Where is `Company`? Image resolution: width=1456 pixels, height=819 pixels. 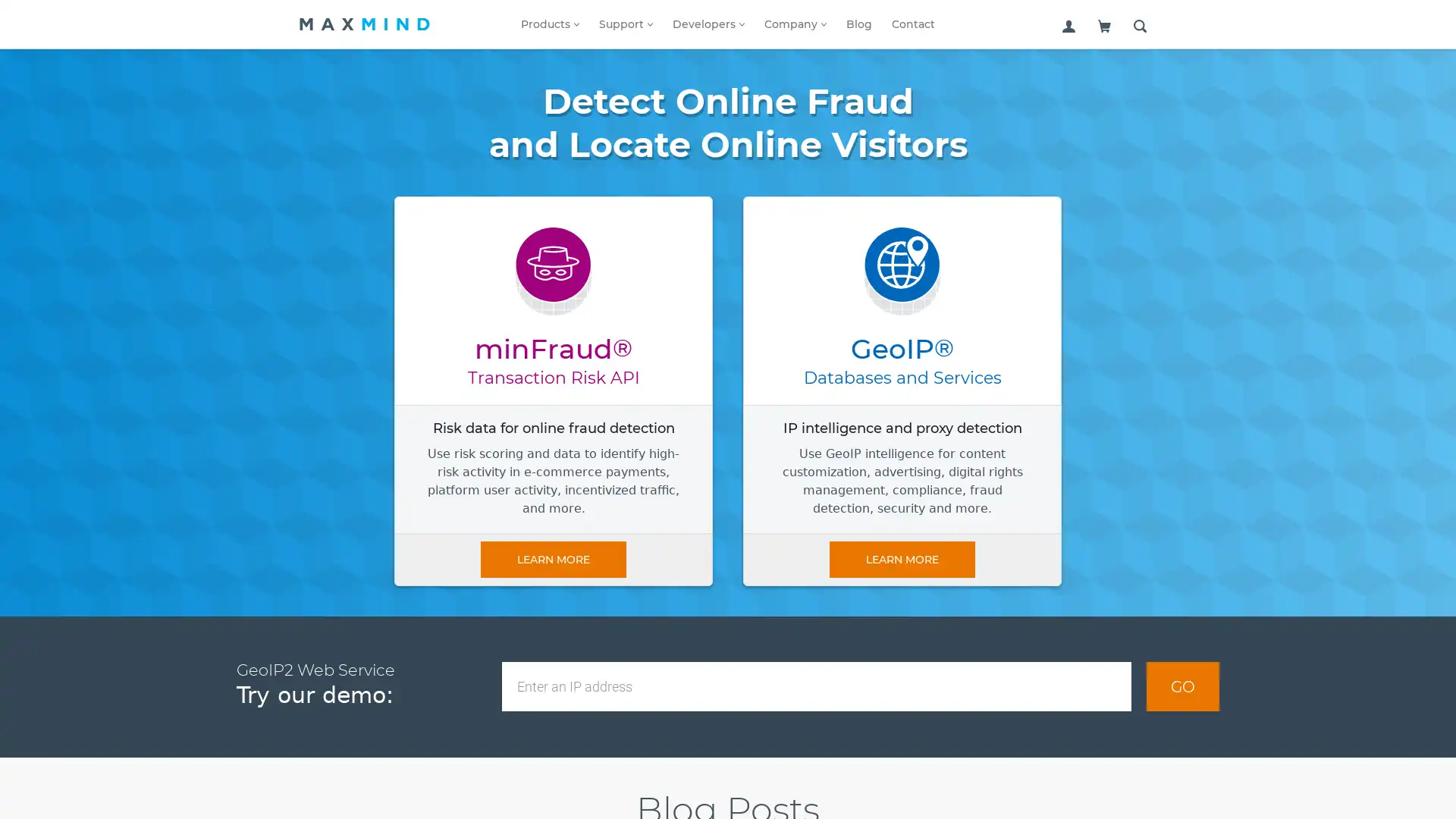
Company is located at coordinates (795, 24).